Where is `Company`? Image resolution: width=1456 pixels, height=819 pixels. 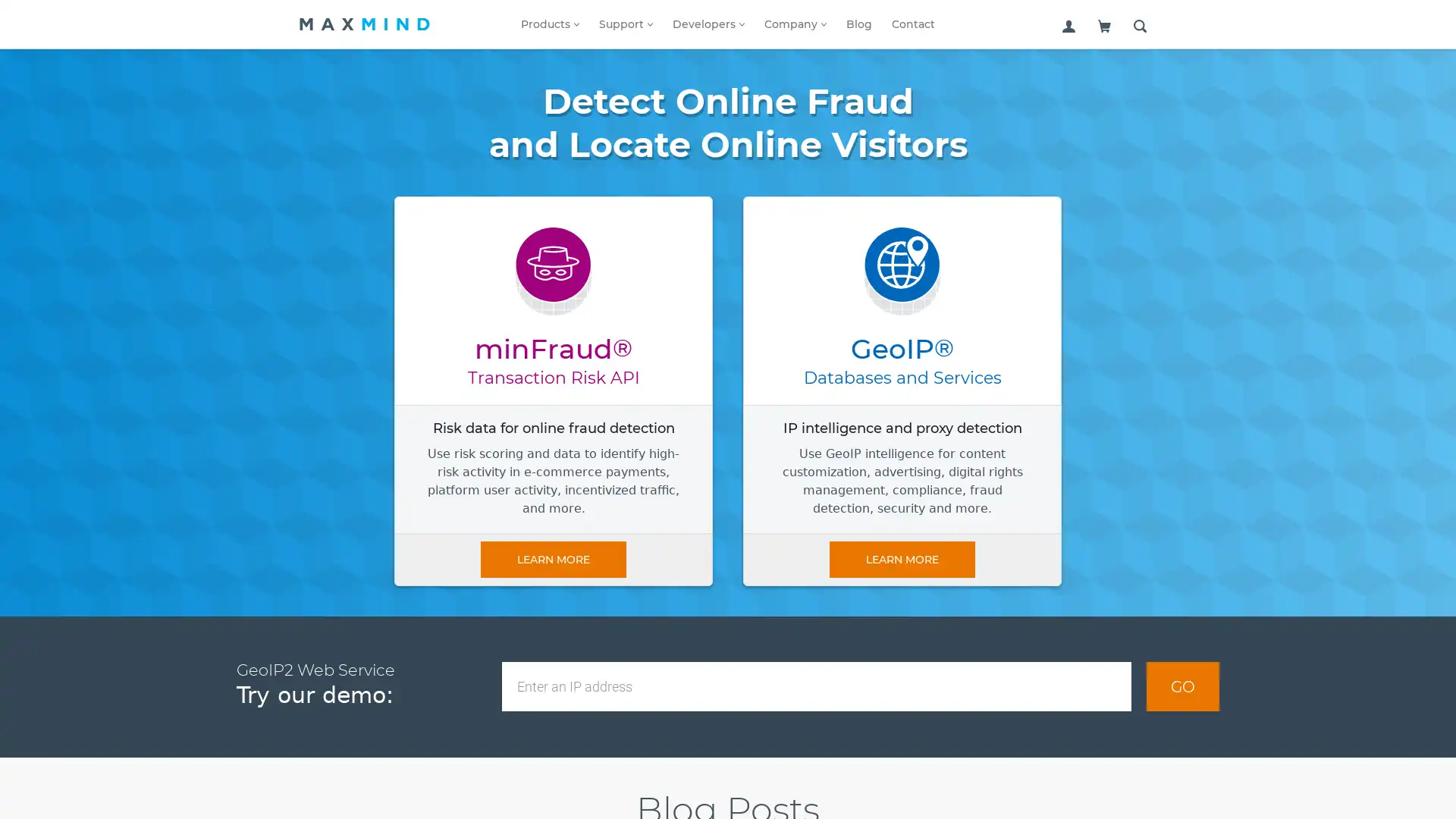
Company is located at coordinates (795, 24).